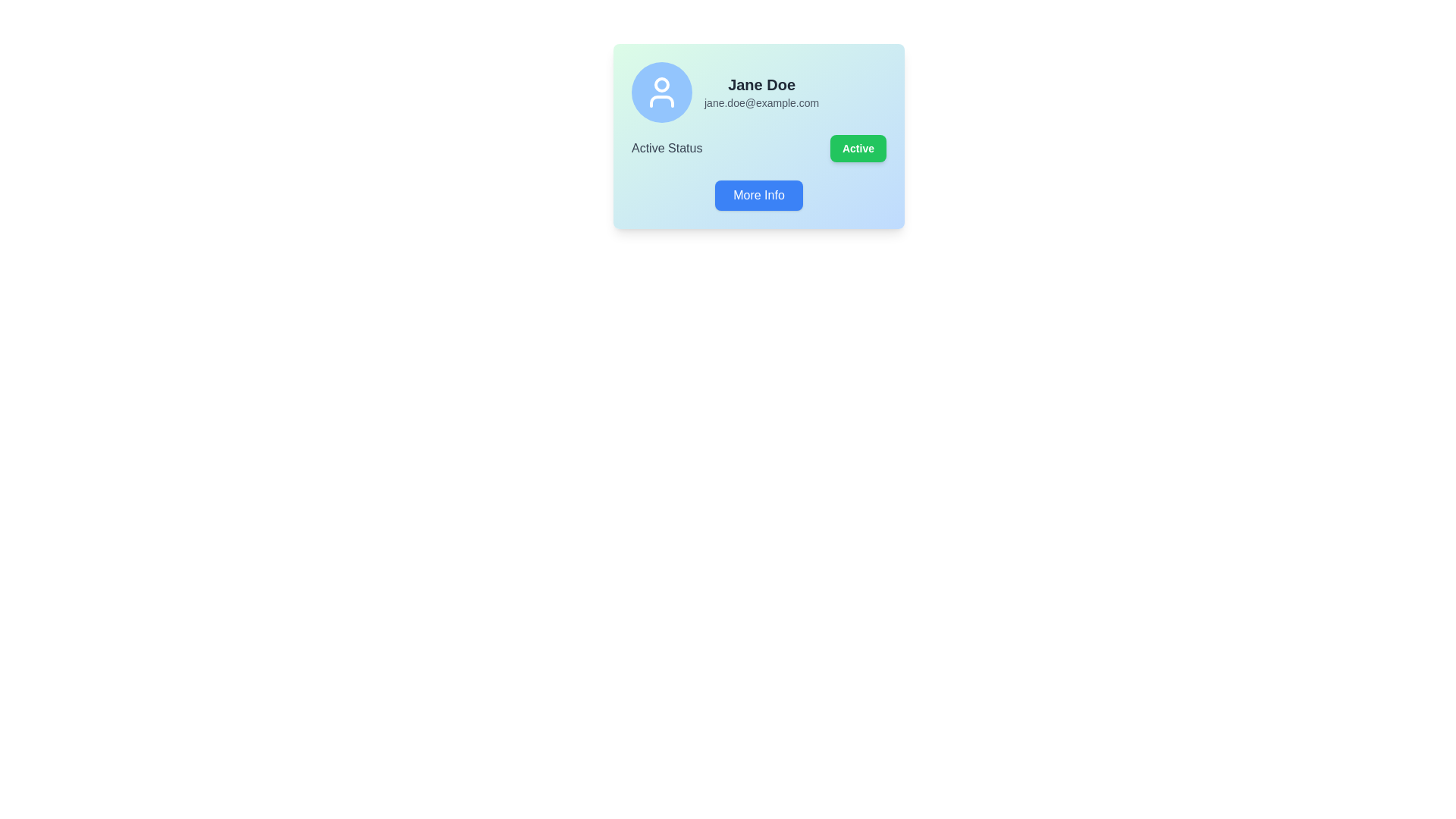  Describe the element at coordinates (759, 195) in the screenshot. I see `the button located at the bottom center of the user information card, beneath the 'Active Status' label and 'Active' button` at that location.